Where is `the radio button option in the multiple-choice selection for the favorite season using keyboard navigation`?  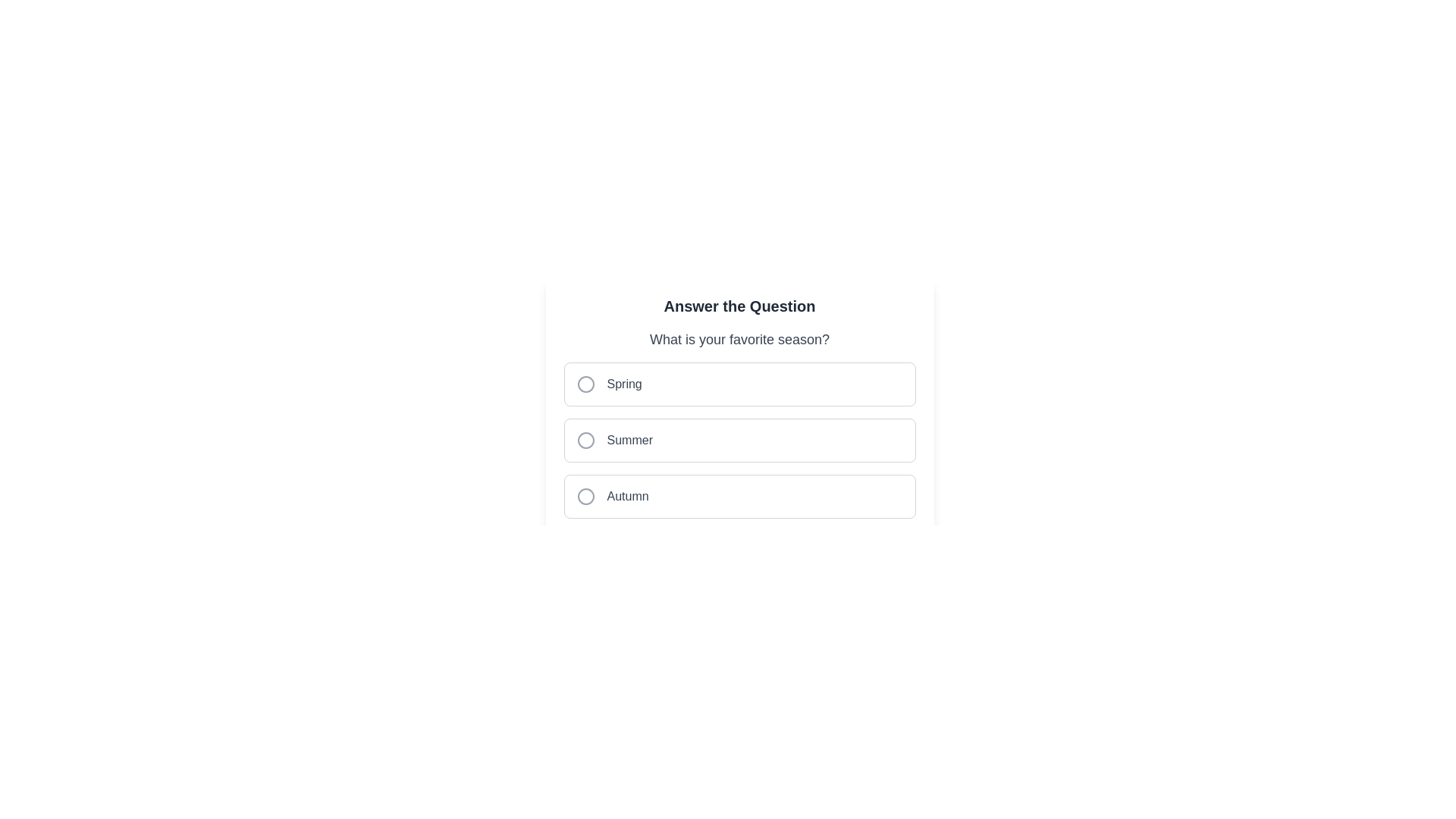
the radio button option in the multiple-choice selection for the favorite season using keyboard navigation is located at coordinates (739, 451).